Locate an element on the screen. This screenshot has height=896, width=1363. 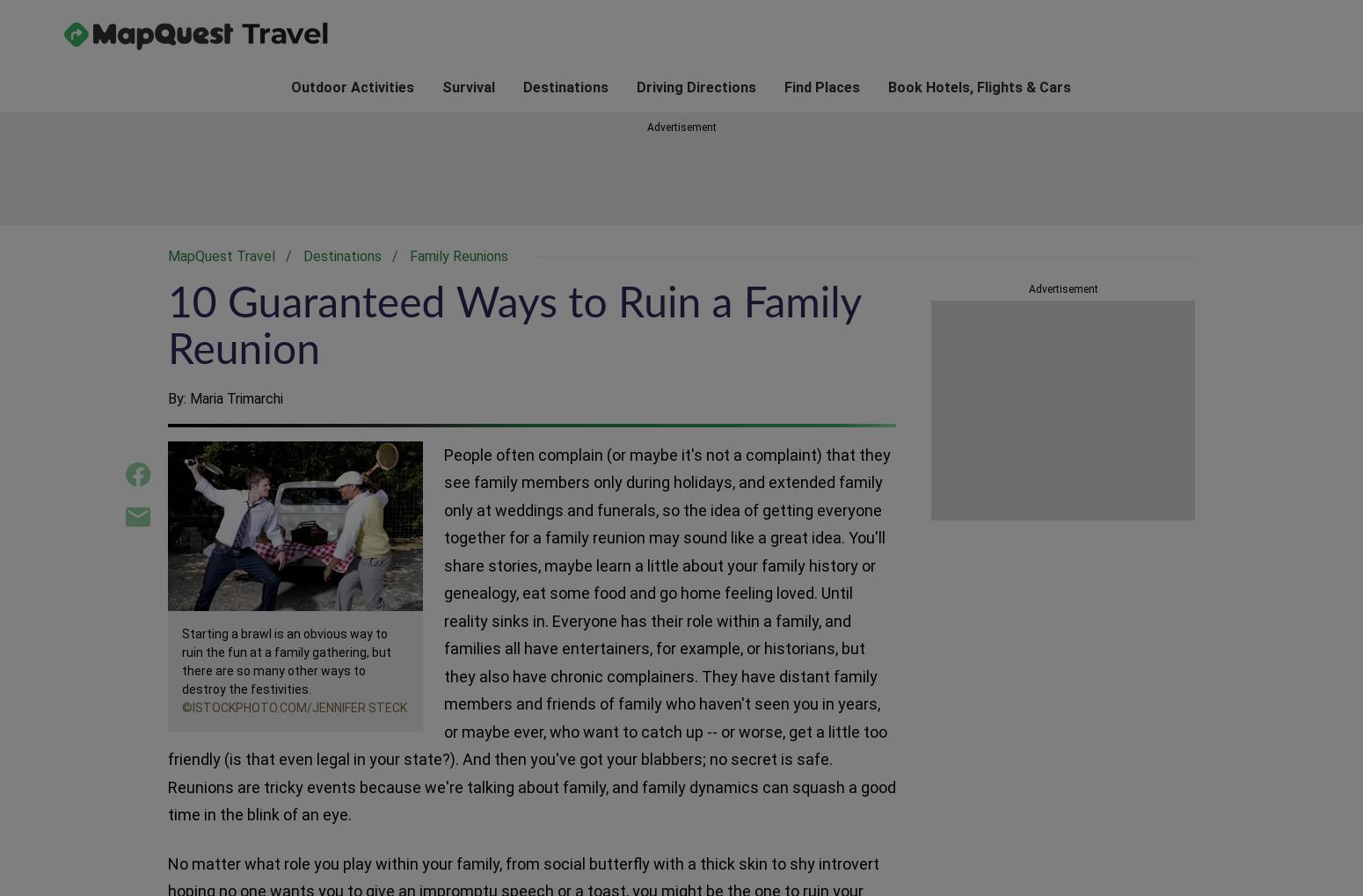
'Survival' is located at coordinates (468, 86).